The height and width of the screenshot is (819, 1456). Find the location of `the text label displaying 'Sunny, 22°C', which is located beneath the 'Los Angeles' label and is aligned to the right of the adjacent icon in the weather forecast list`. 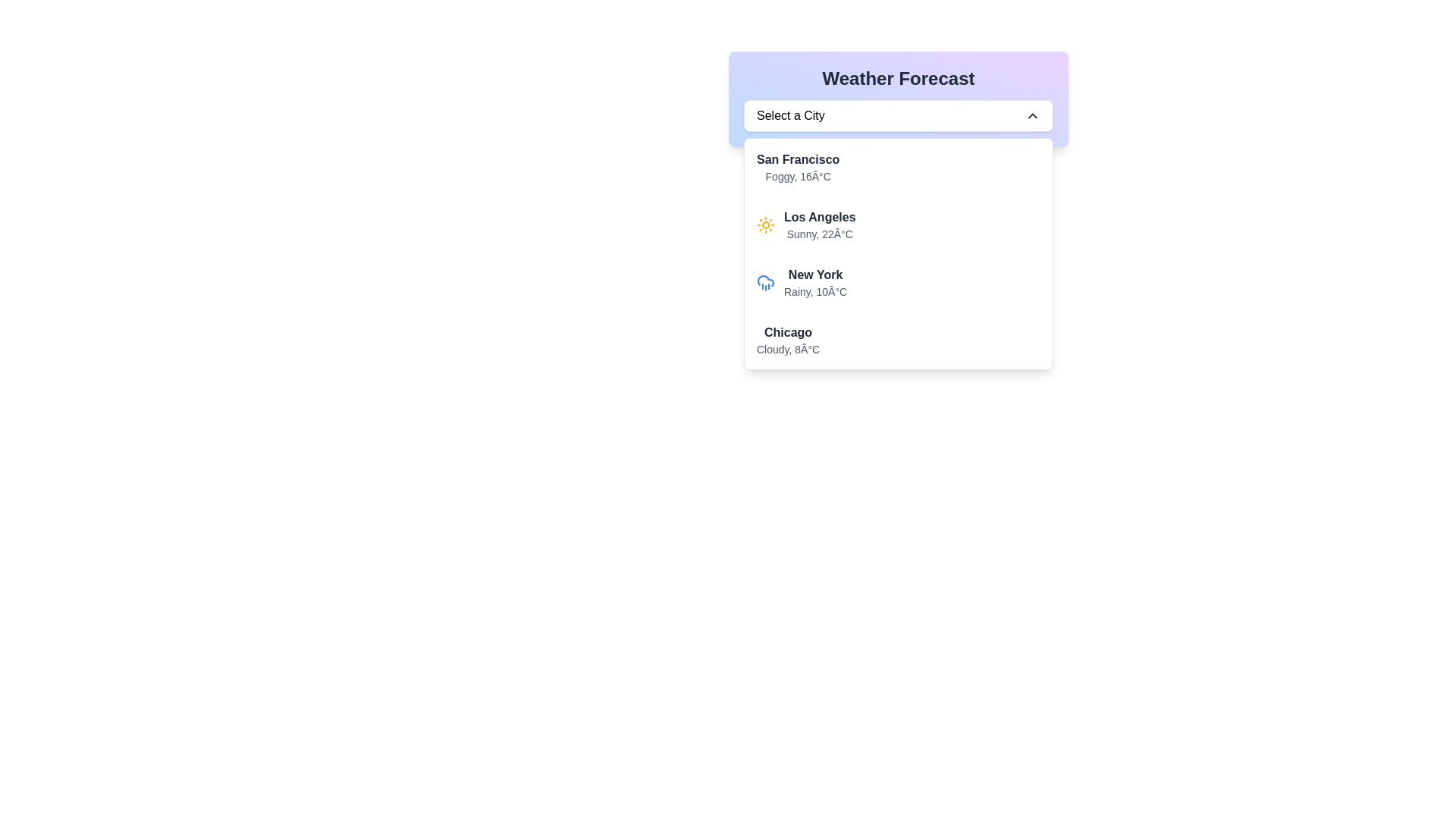

the text label displaying 'Sunny, 22°C', which is located beneath the 'Los Angeles' label and is aligned to the right of the adjacent icon in the weather forecast list is located at coordinates (819, 234).